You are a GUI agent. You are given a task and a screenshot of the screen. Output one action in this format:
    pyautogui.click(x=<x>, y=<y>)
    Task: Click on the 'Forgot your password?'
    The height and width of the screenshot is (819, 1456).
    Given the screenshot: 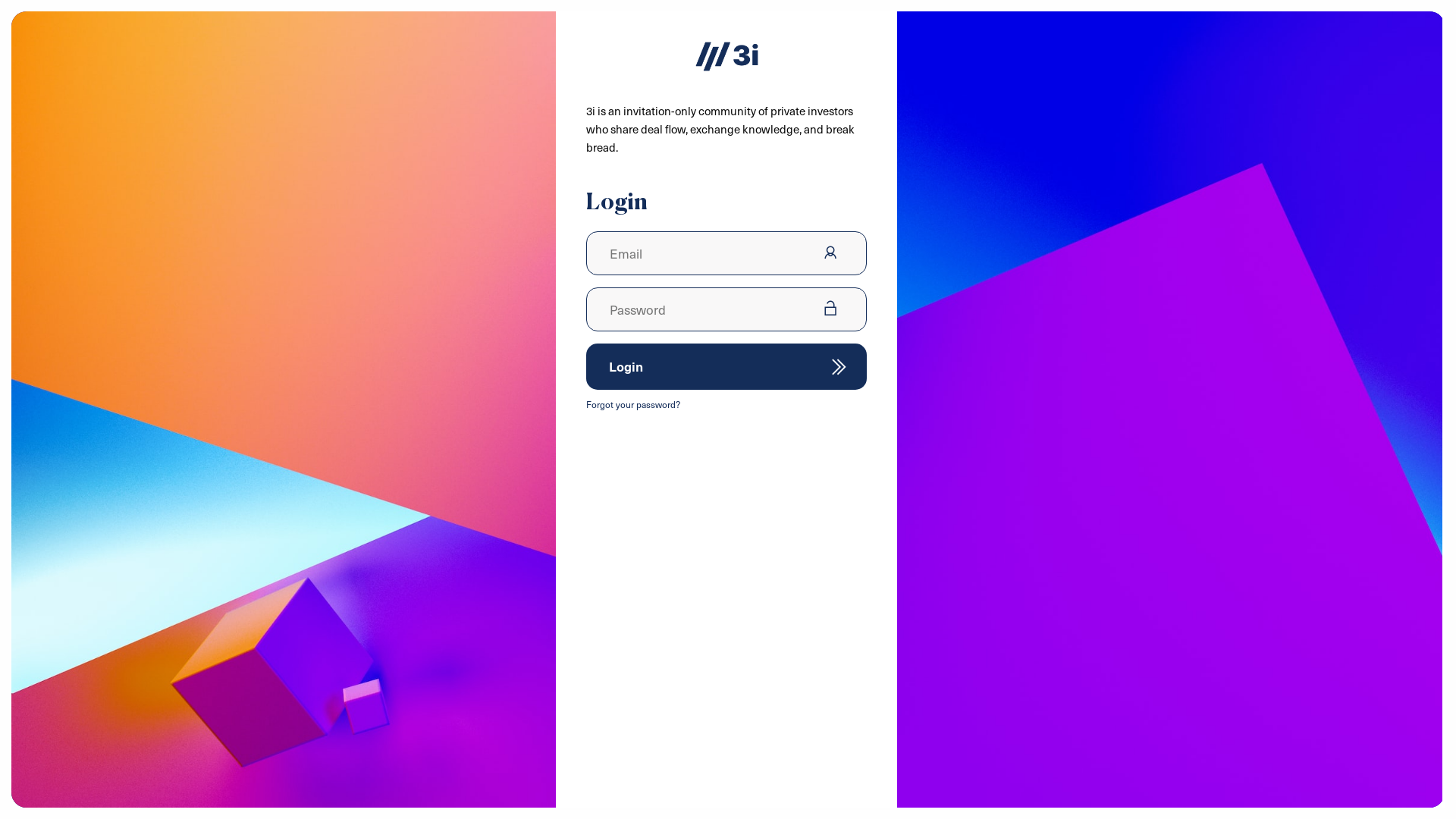 What is the action you would take?
    pyautogui.click(x=633, y=403)
    